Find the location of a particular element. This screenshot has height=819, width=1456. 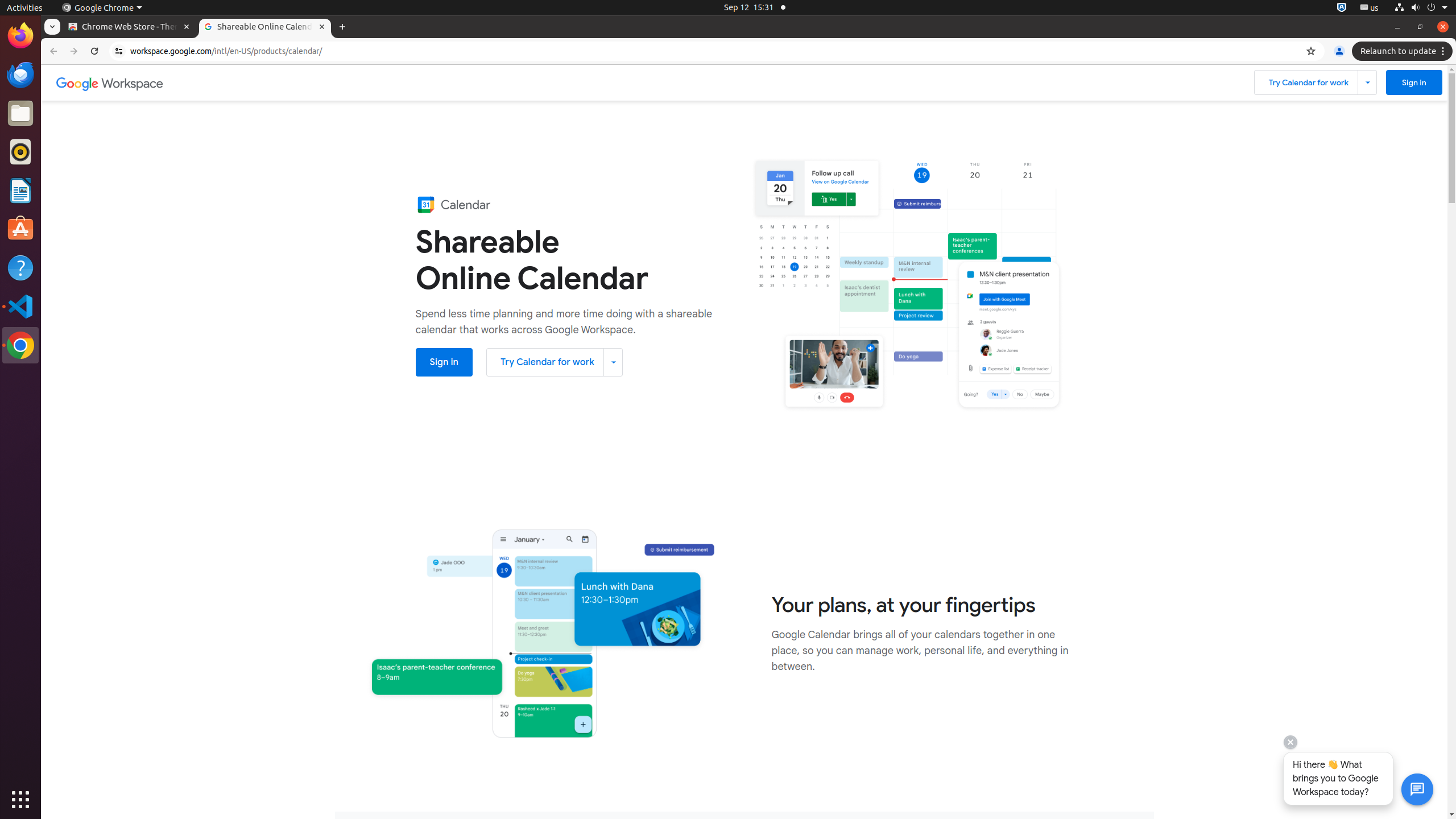

'Try Calendar for work' is located at coordinates (554, 362).